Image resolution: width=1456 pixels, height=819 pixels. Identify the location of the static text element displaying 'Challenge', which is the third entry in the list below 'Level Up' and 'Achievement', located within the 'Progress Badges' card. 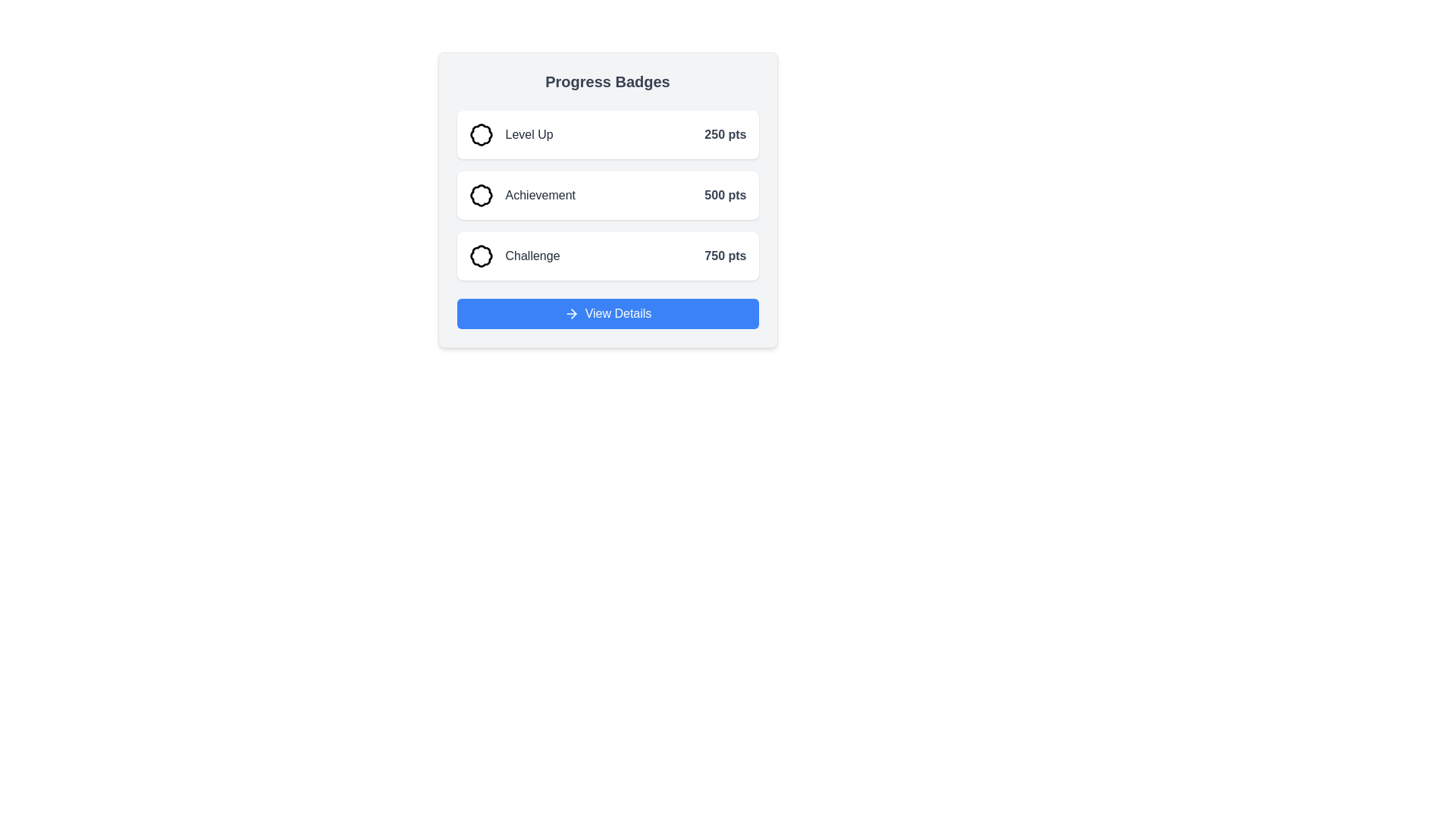
(532, 256).